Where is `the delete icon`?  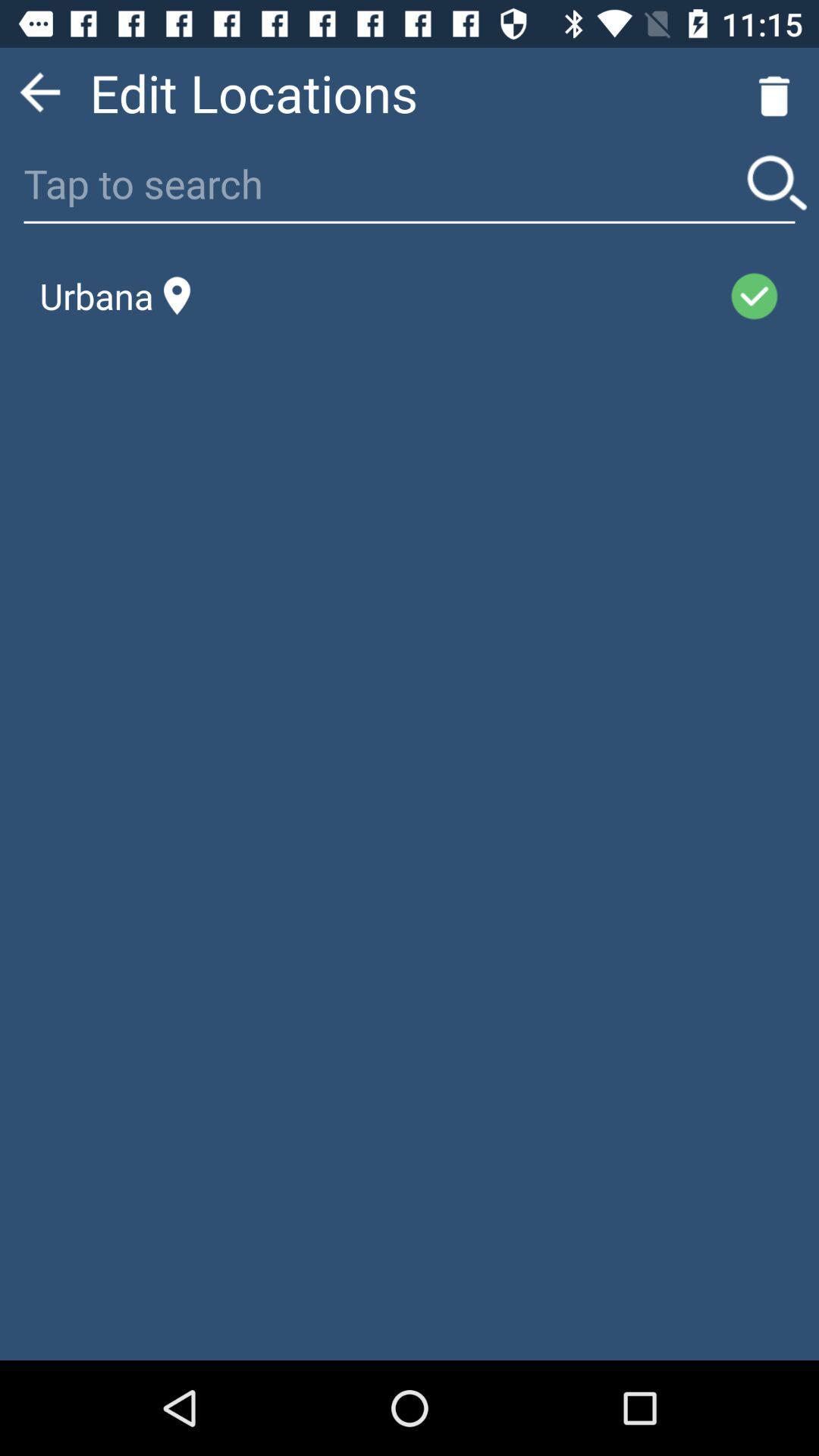
the delete icon is located at coordinates (774, 92).